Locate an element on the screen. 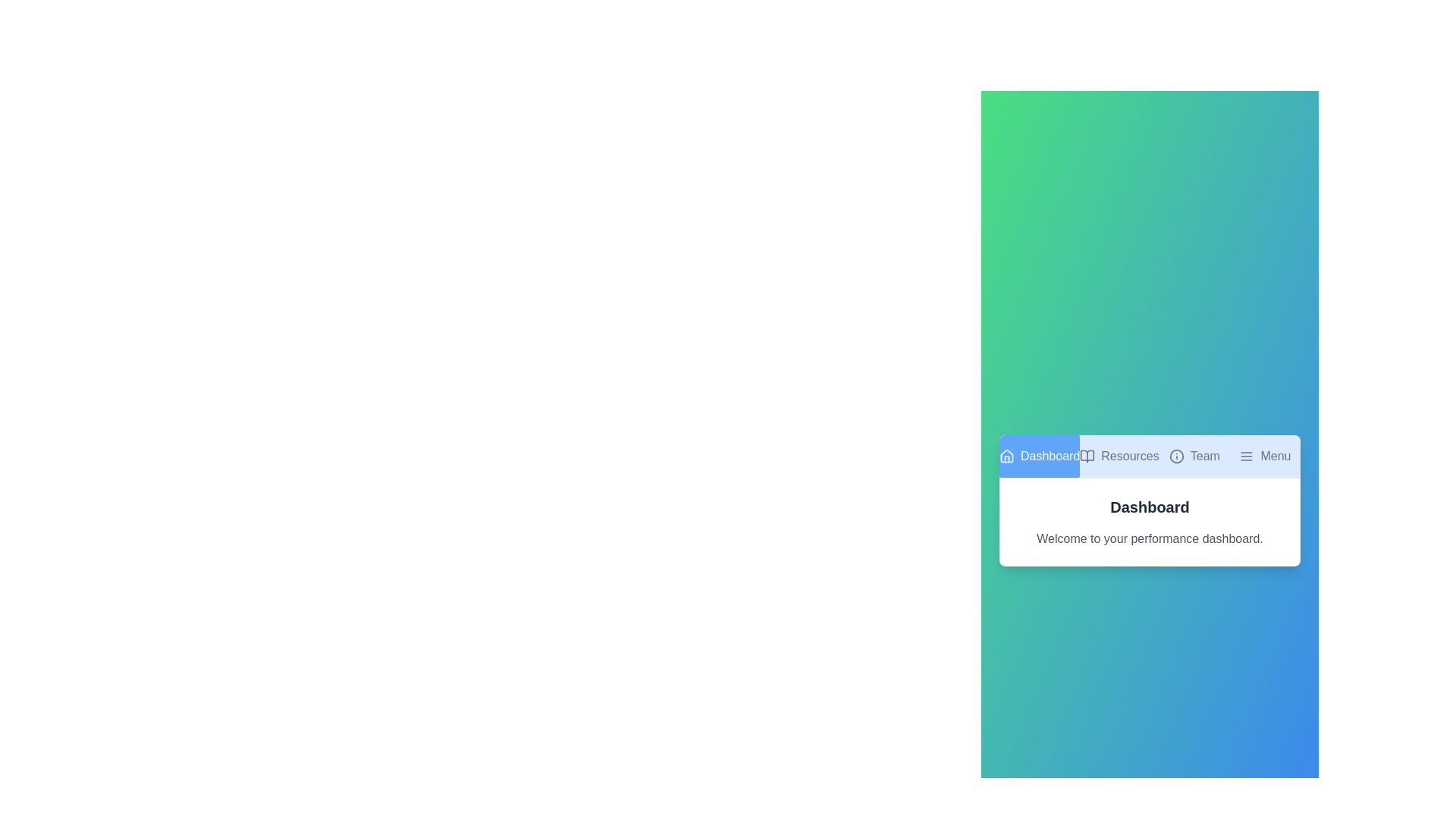 This screenshot has width=1456, height=819. the tab labeled Resources to observe its hover effect is located at coordinates (1119, 455).